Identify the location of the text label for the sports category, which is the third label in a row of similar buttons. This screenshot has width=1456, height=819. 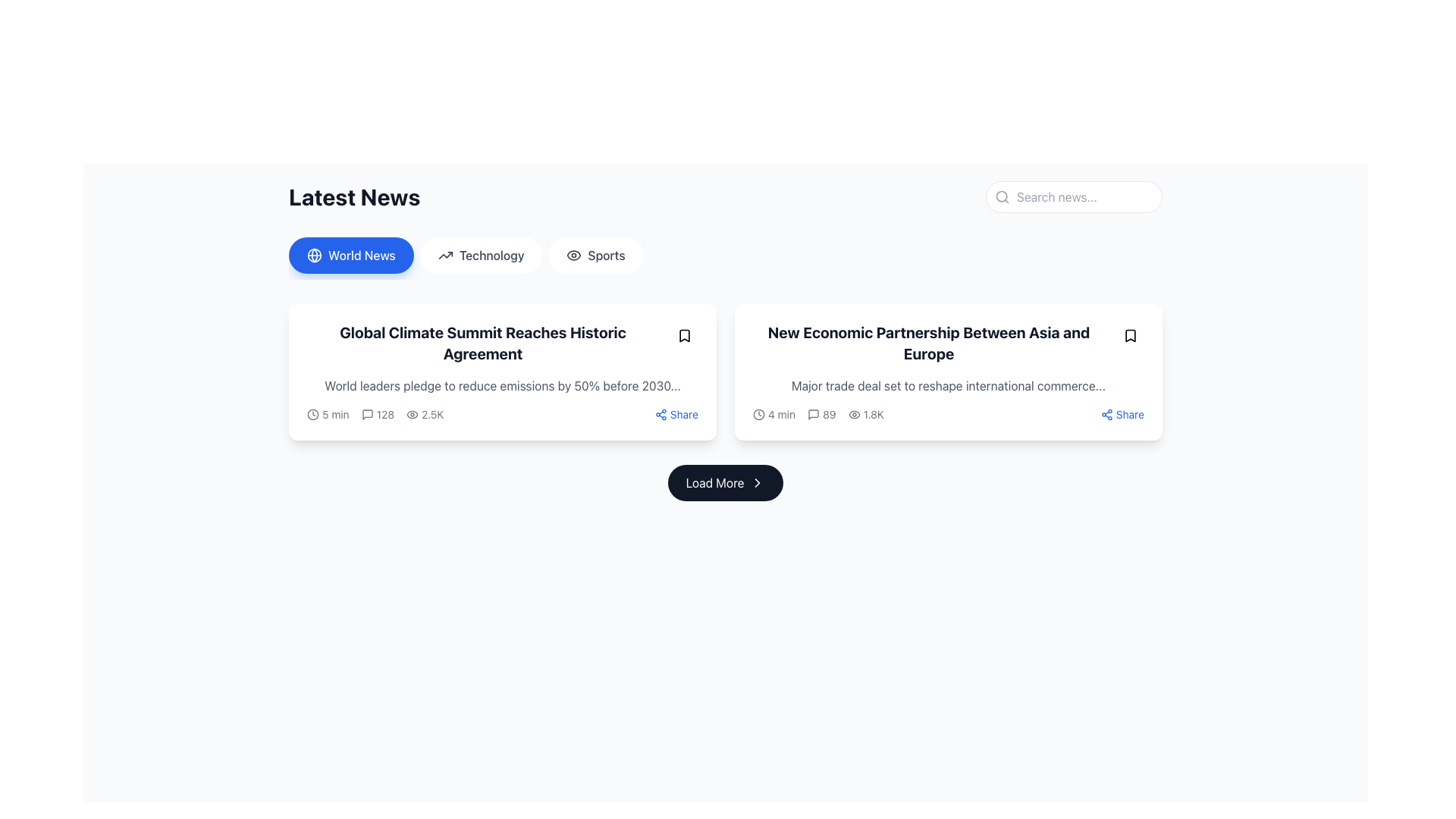
(607, 254).